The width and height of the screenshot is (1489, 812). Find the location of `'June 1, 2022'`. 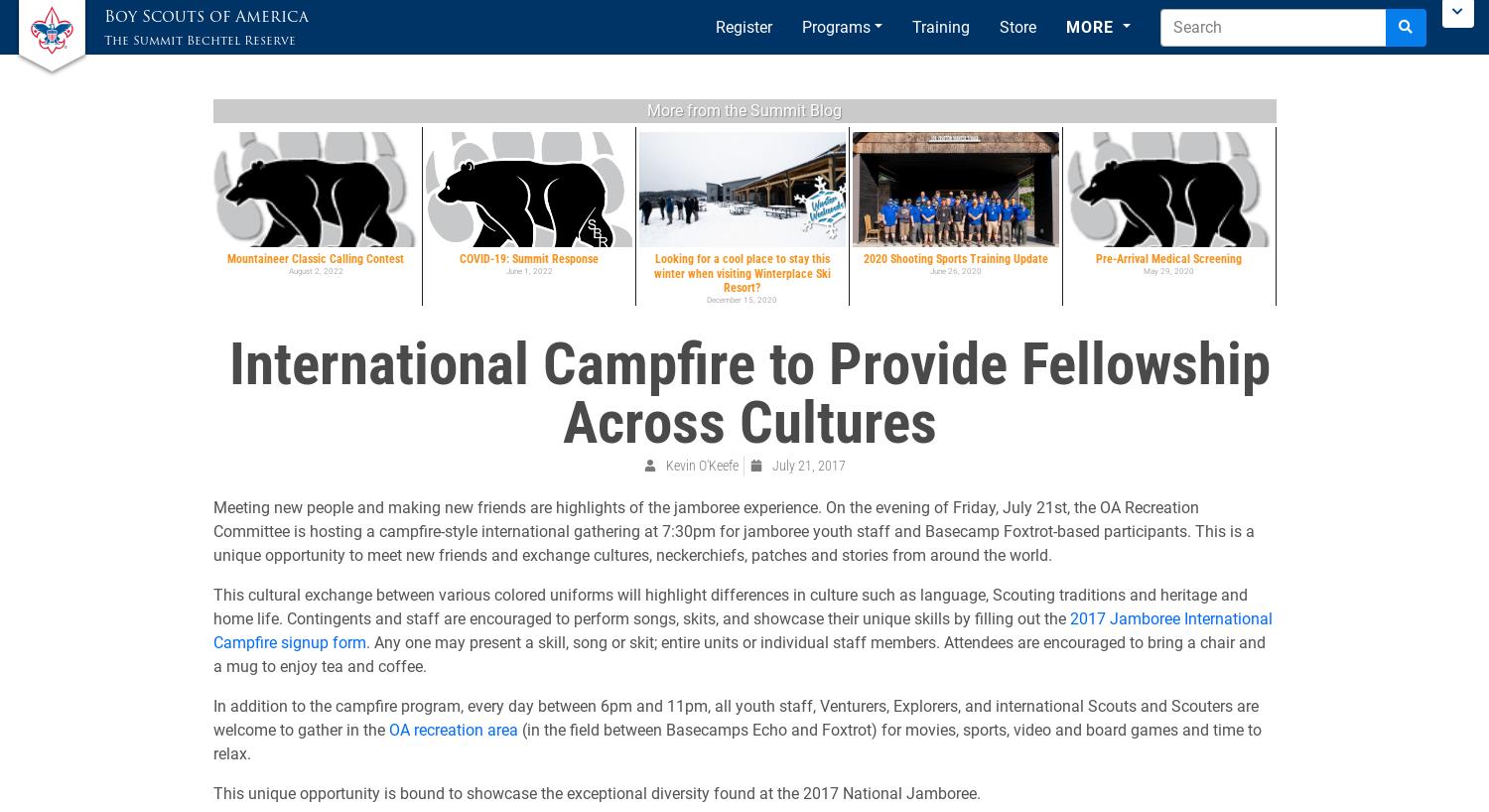

'June 1, 2022' is located at coordinates (528, 270).